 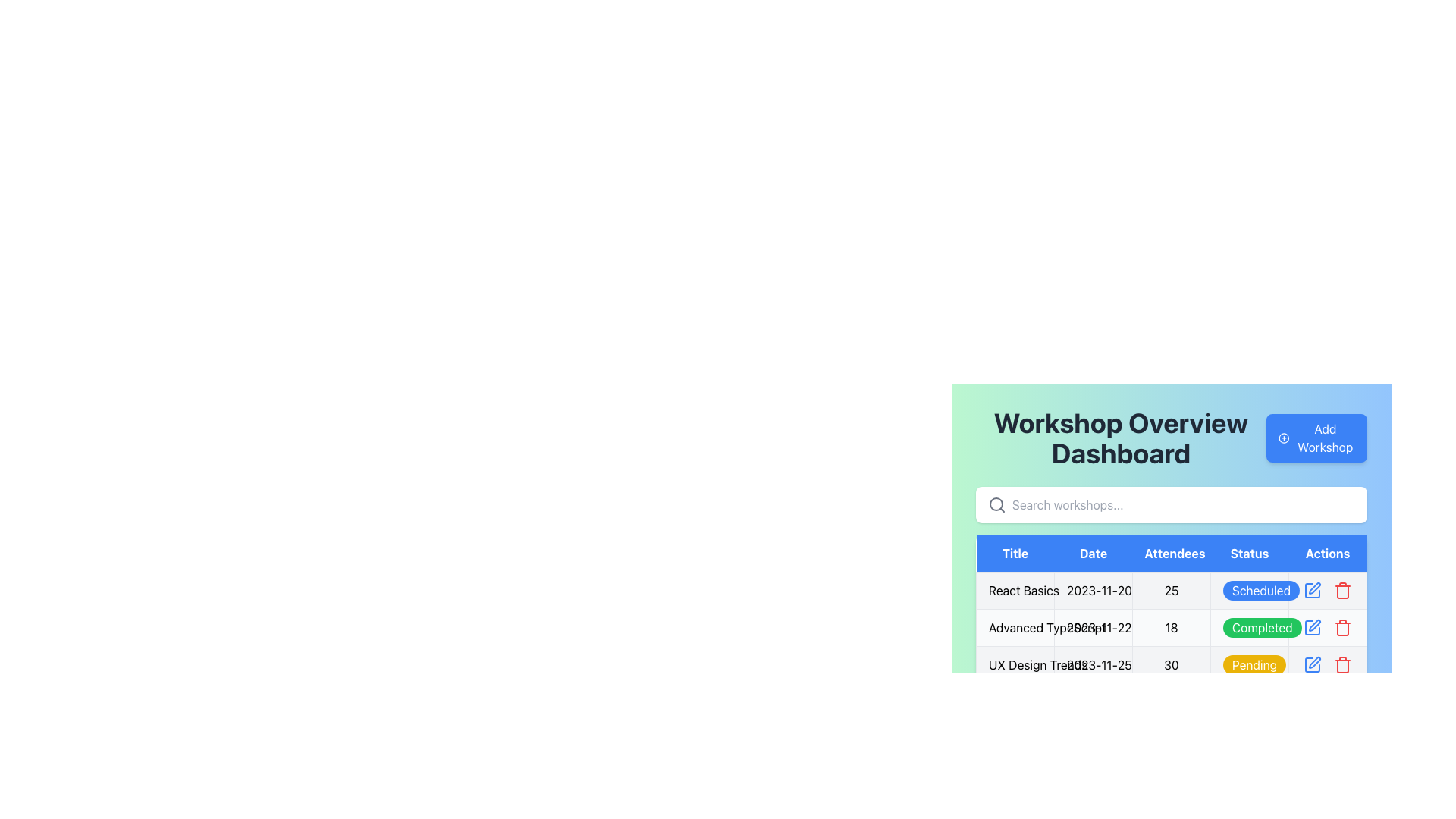 I want to click on text within the third row of the workshop management dashboard, which includes details like the workshop title, date, number of attendees, and status, so click(x=1171, y=664).